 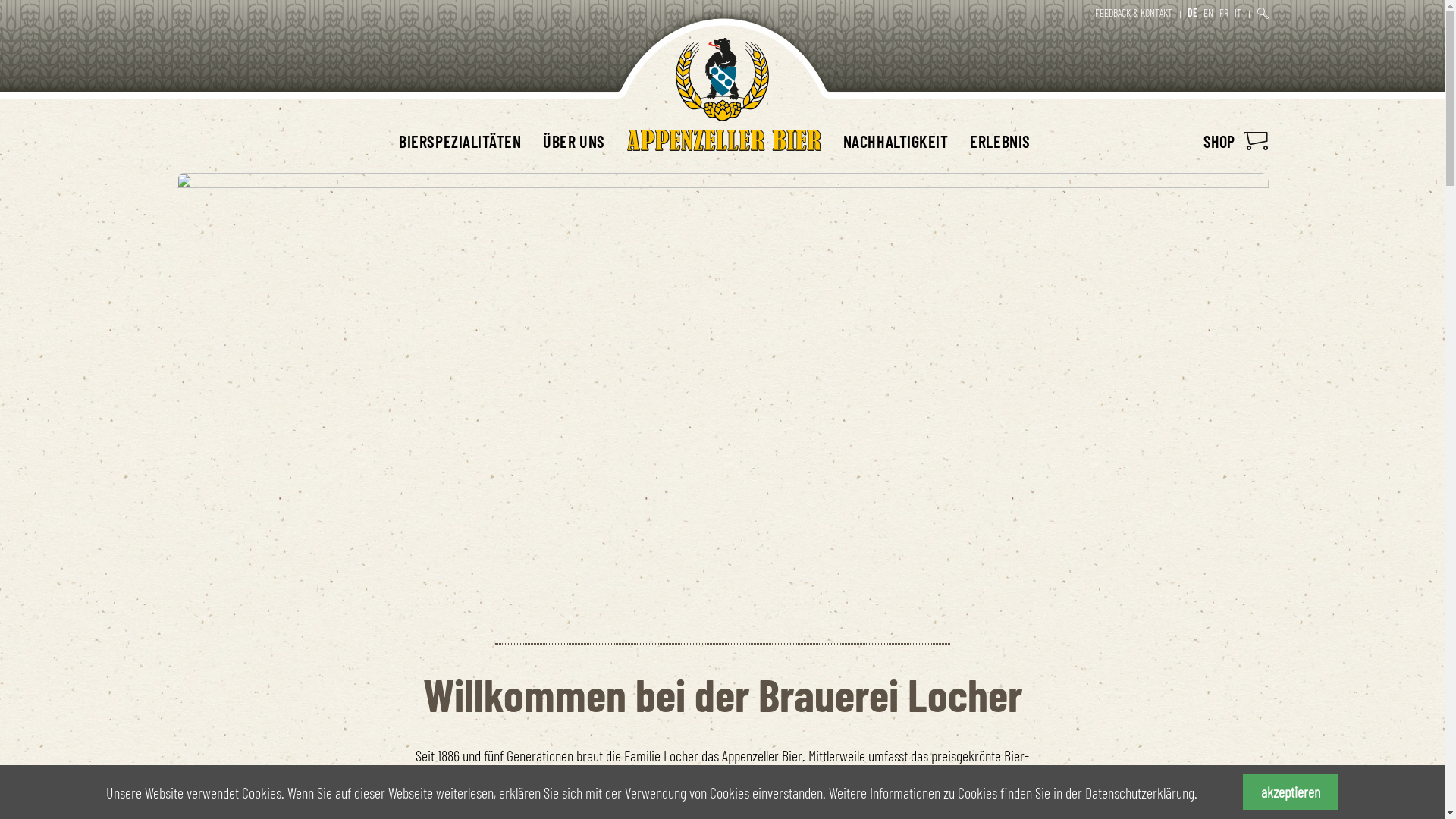 What do you see at coordinates (1238, 12) in the screenshot?
I see `'IT'` at bounding box center [1238, 12].